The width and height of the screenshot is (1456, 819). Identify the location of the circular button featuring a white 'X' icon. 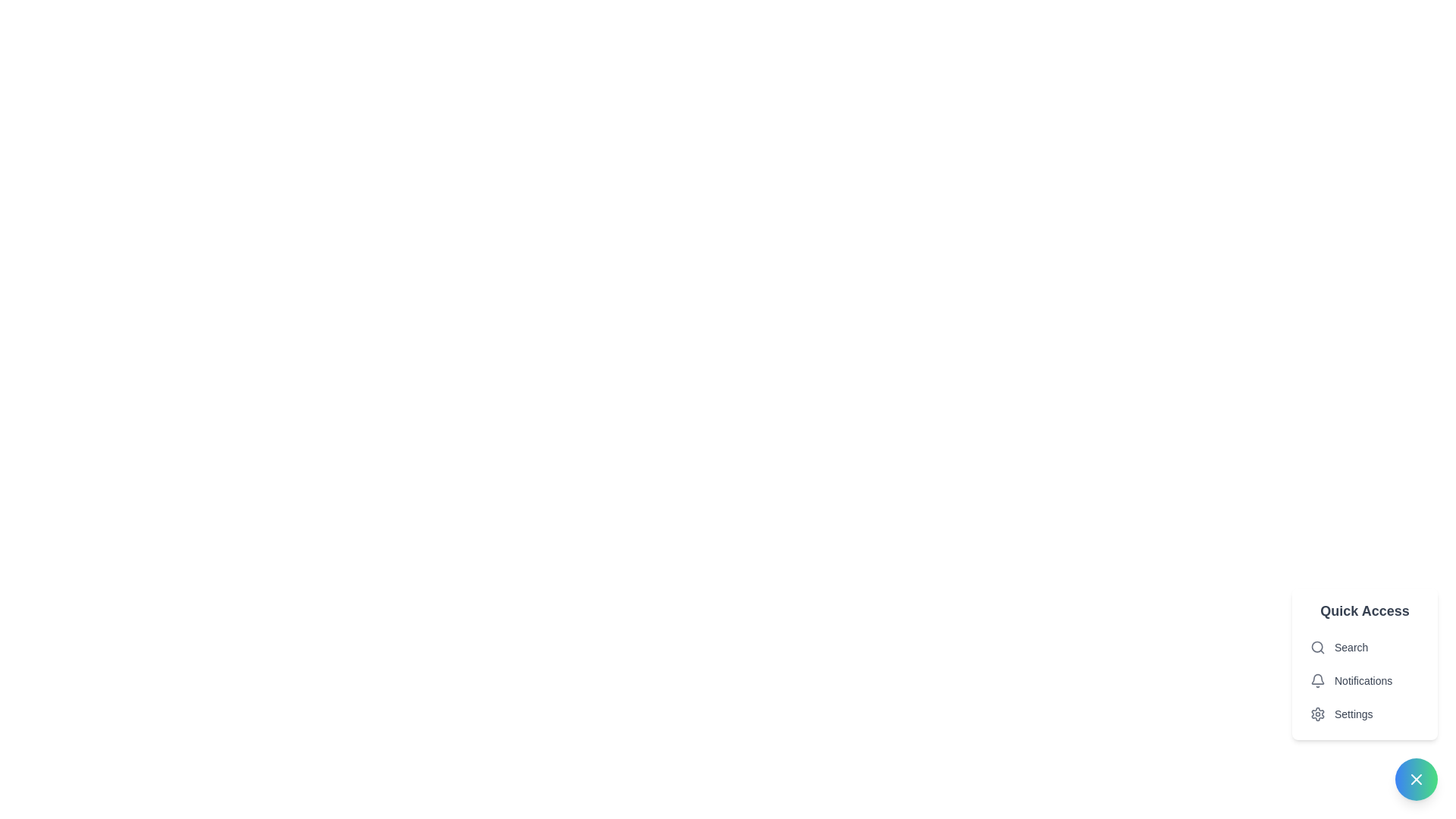
(1415, 780).